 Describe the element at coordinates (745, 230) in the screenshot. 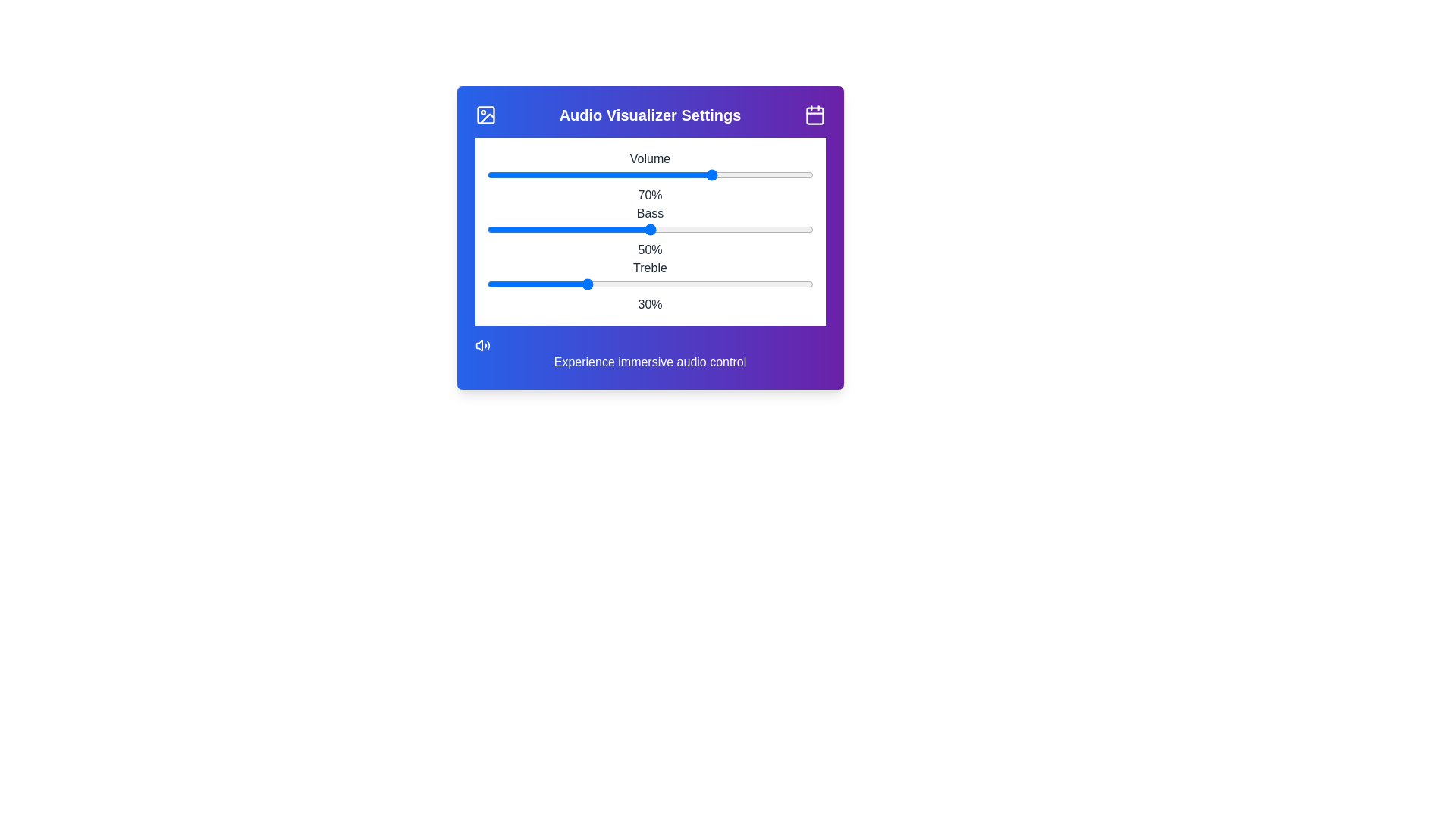

I see `the bass slider to set the bass level to 79%` at that location.